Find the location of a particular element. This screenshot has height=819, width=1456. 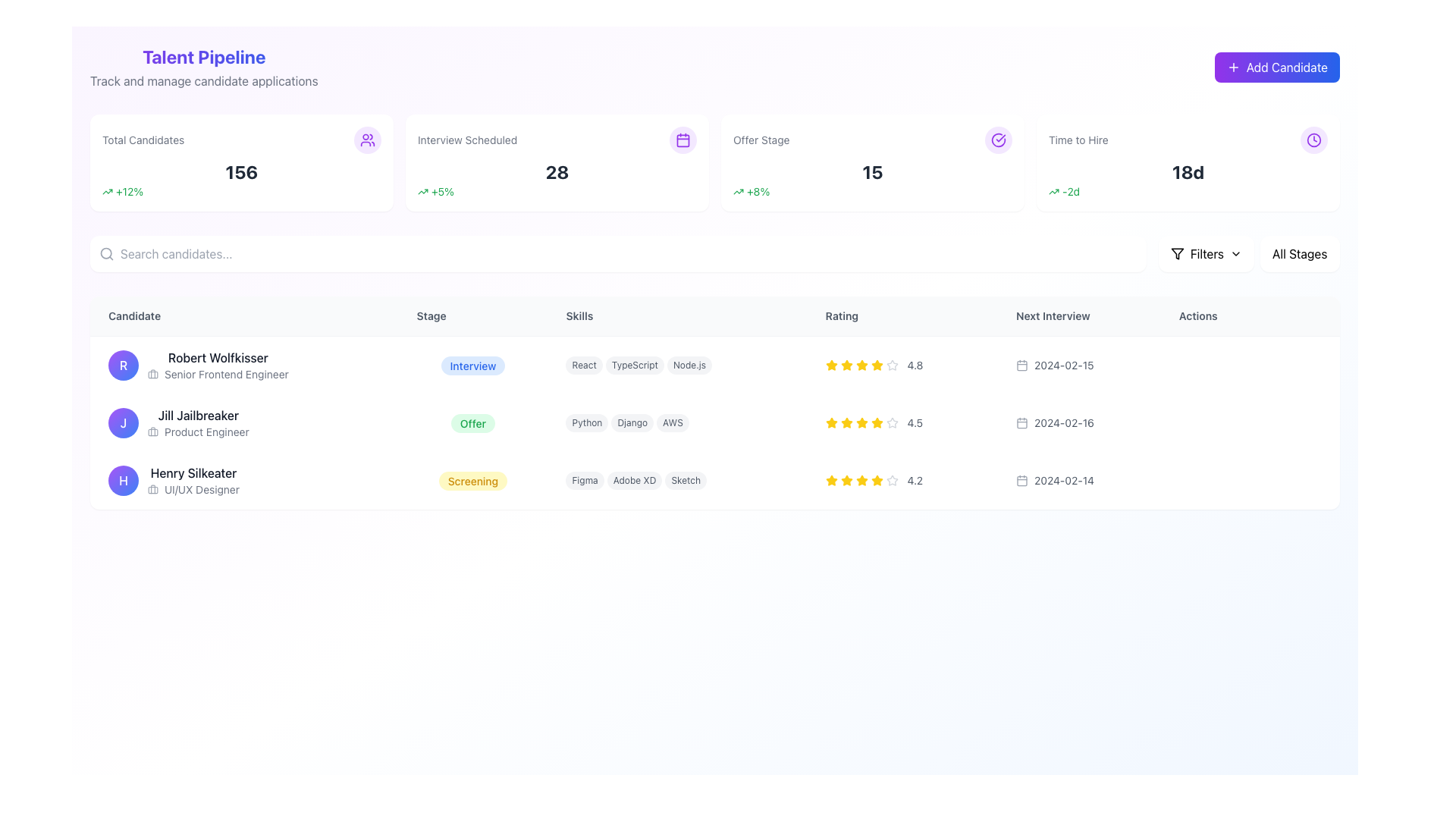

the date display element formatted as '2024-02-15' with the accompanying calendar icon, located in the 'Next Interview' column for 'Robert Wolfkisser', positioned to the right of the rating stars is located at coordinates (1078, 366).